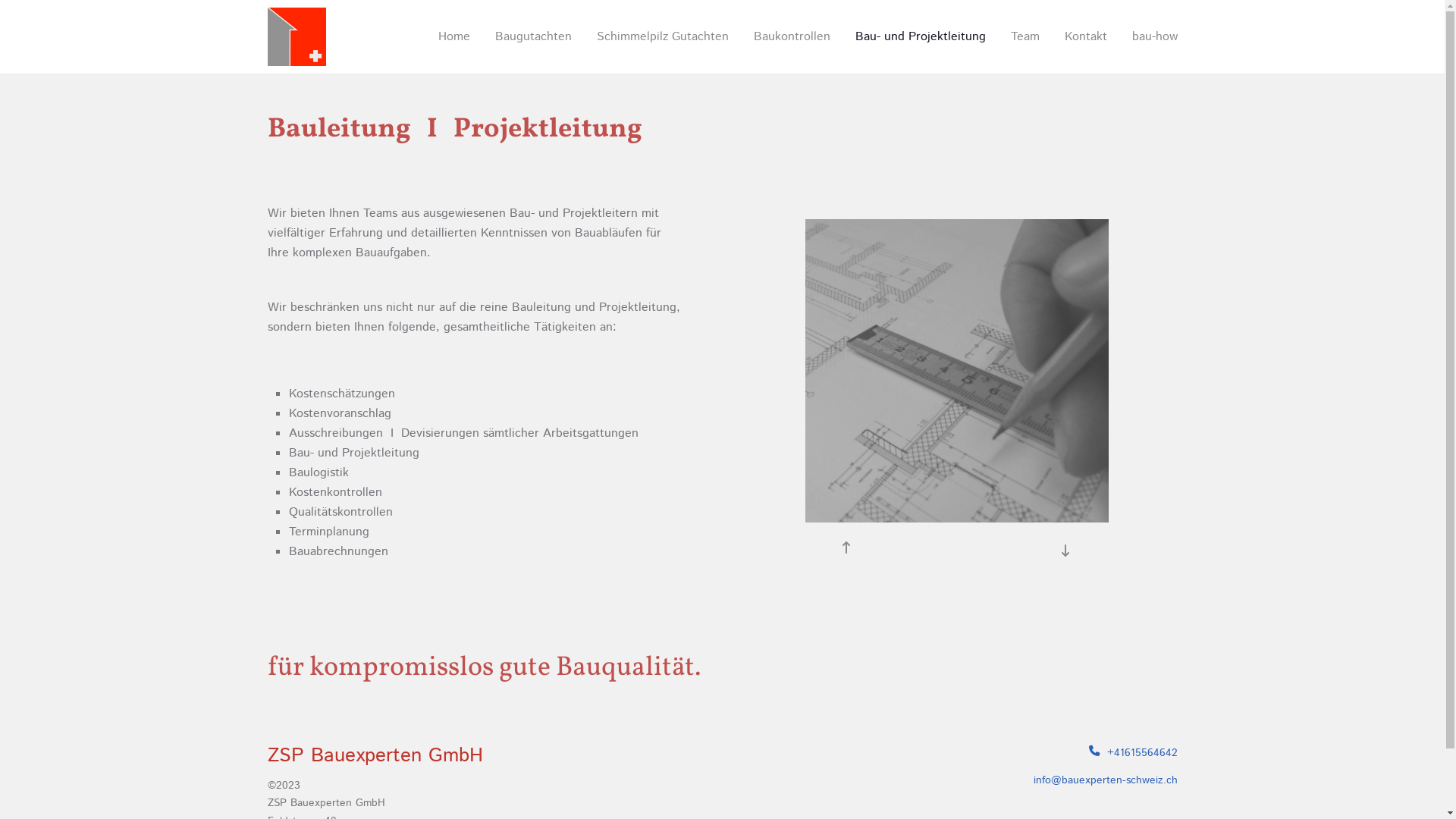 The height and width of the screenshot is (819, 1456). Describe the element at coordinates (843, 36) in the screenshot. I see `'Bau- und Projektleitung'` at that location.